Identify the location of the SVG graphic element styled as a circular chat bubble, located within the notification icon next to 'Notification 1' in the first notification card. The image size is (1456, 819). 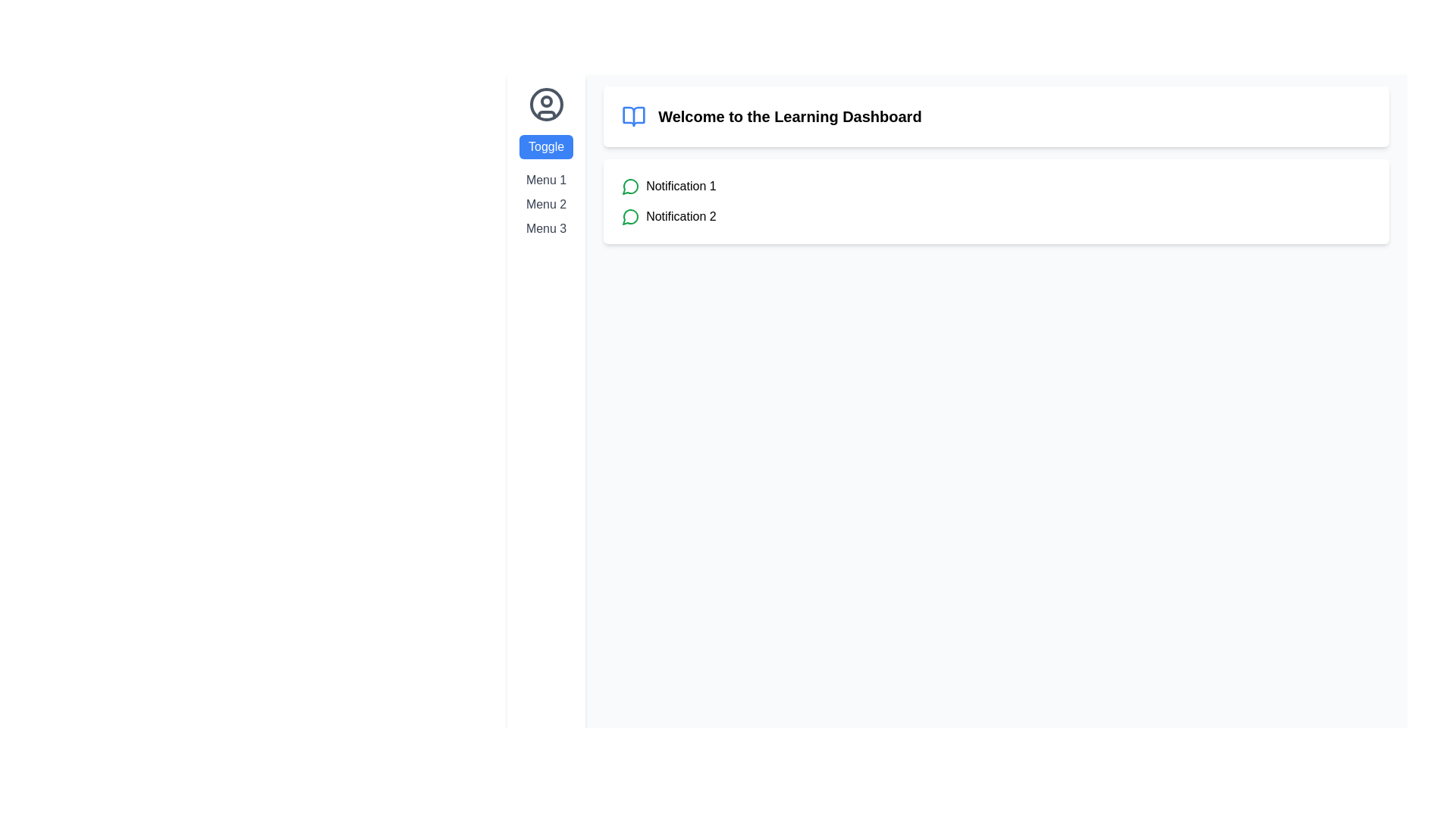
(630, 217).